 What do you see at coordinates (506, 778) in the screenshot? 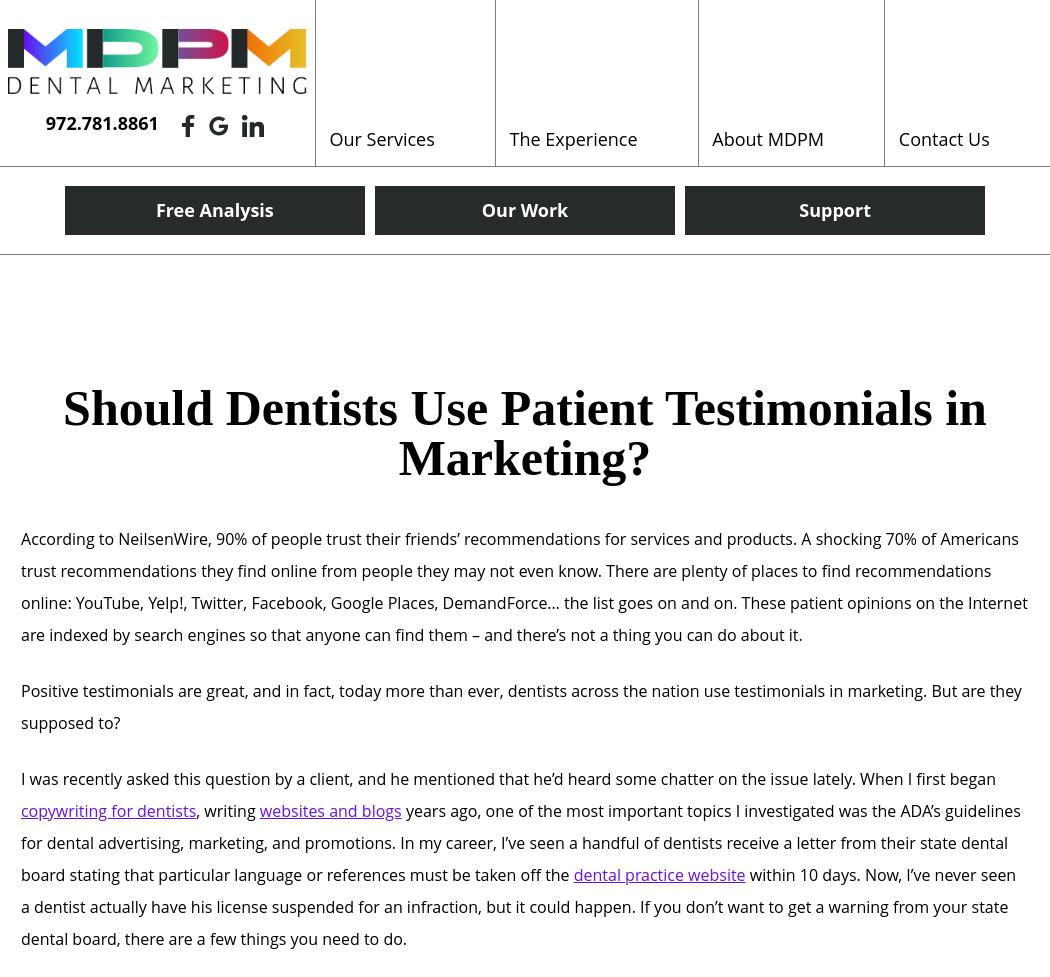
I see `'I was recently asked this question by a client, and he mentioned that he’d heard some chatter on the issue lately. When I first began'` at bounding box center [506, 778].